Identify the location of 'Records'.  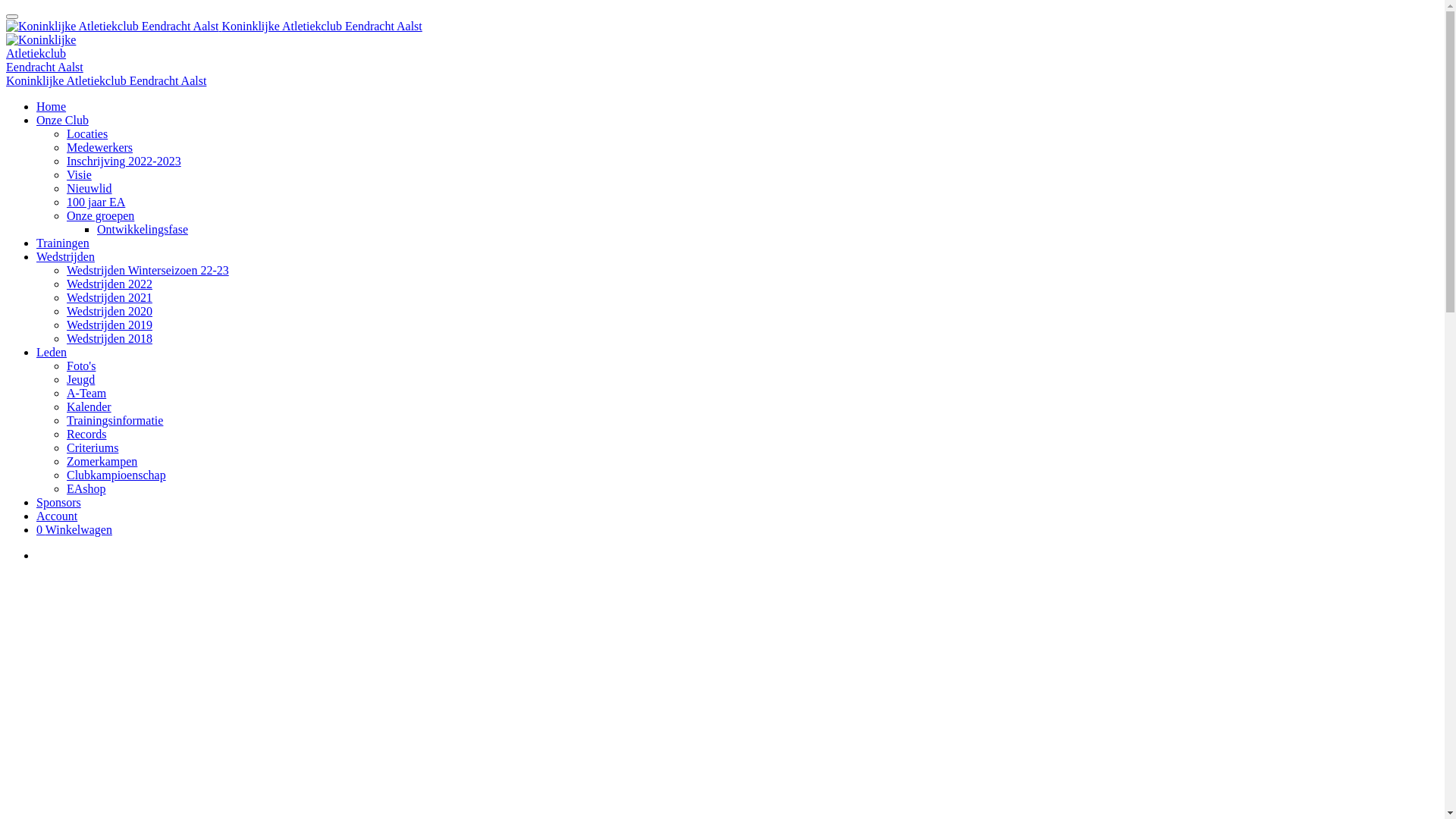
(86, 434).